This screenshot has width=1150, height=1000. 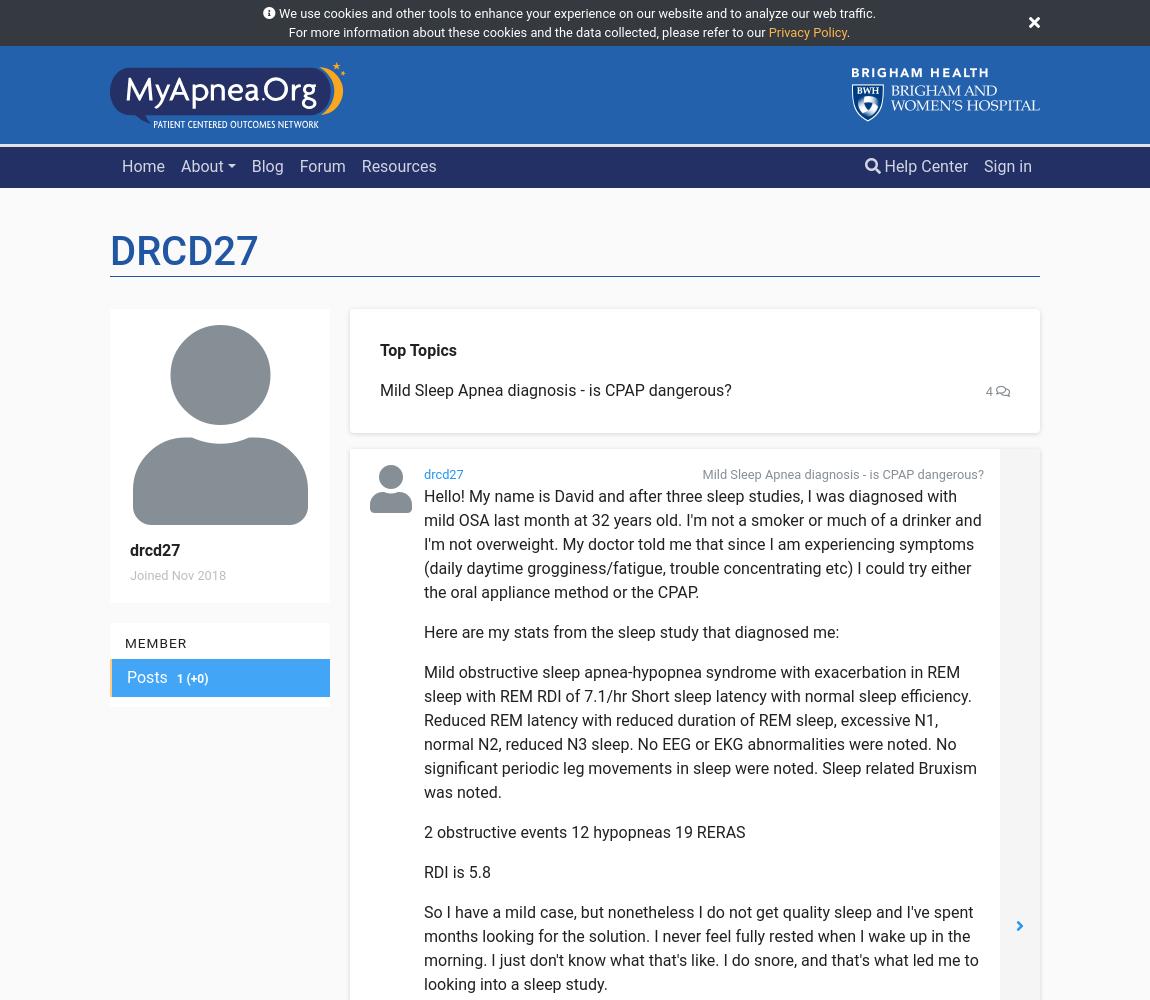 I want to click on 'Sign in', so click(x=984, y=166).